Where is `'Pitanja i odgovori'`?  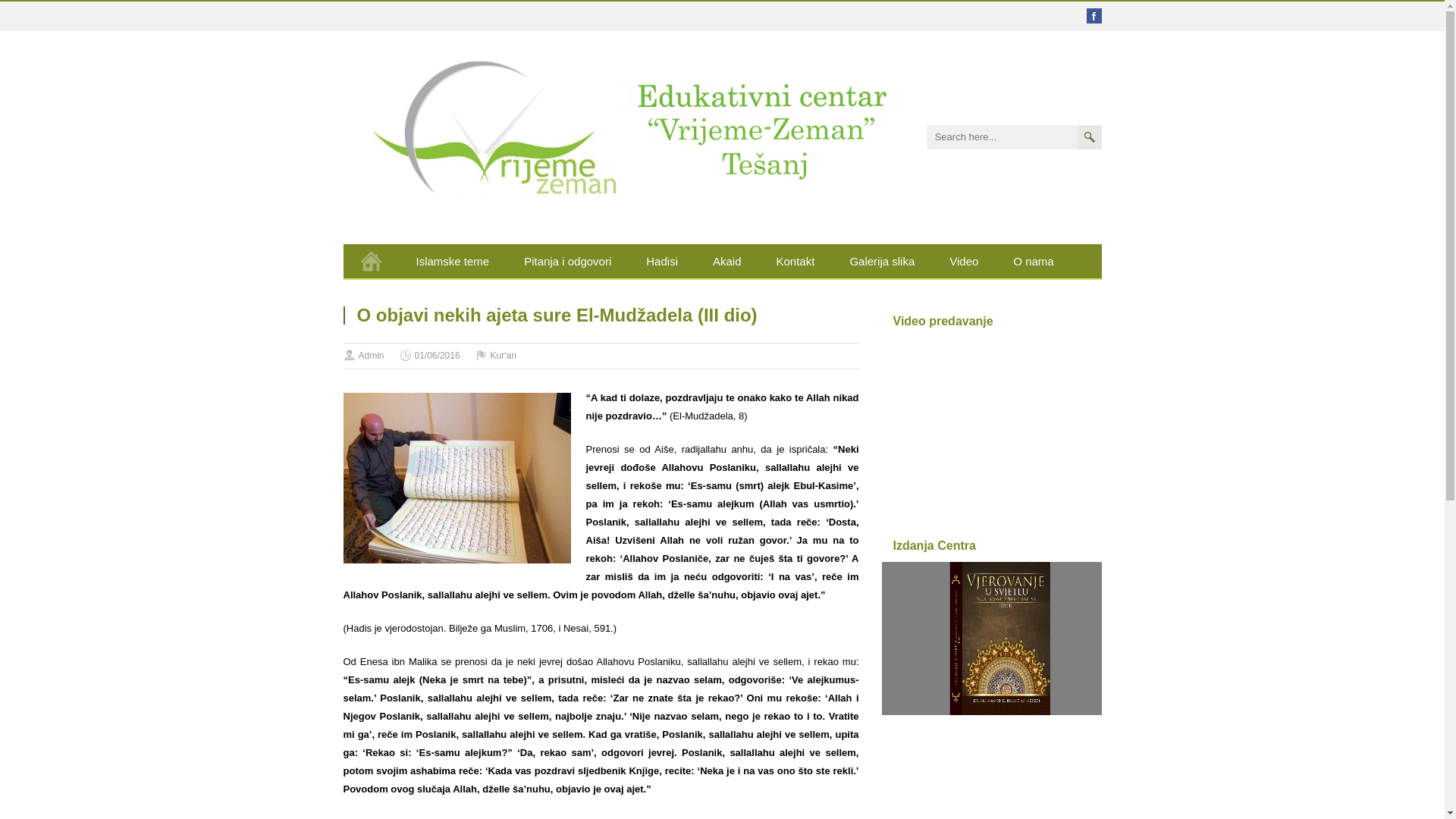
'Pitanja i odgovori' is located at coordinates (566, 260).